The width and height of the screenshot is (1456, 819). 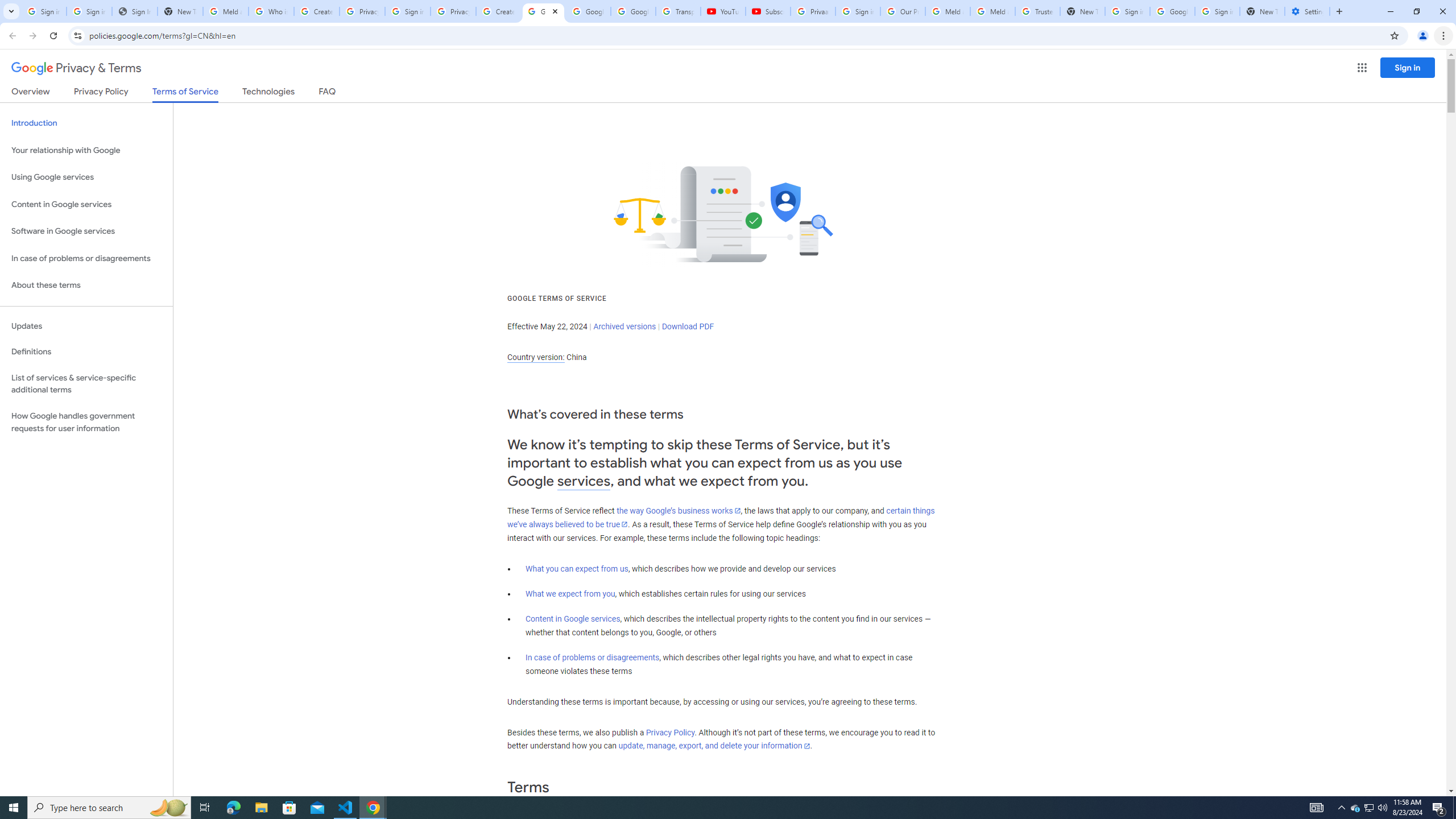 I want to click on 'Content in Google services', so click(x=572, y=618).